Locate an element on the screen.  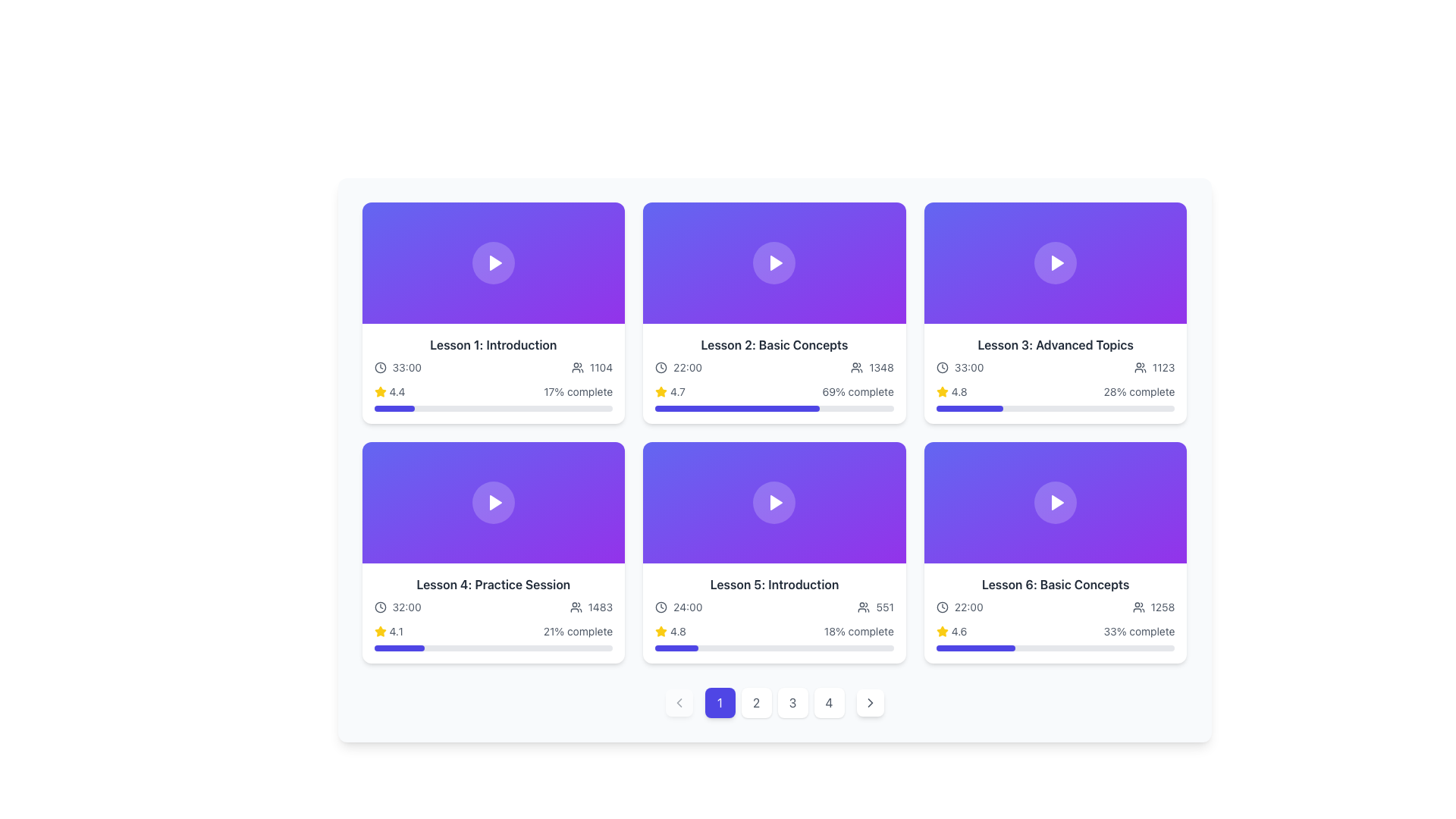
the Multimedia content button area, which features a gradient background transitioning from indigo to purple with a central circular button and white play icon, to play the multimedia content is located at coordinates (493, 503).